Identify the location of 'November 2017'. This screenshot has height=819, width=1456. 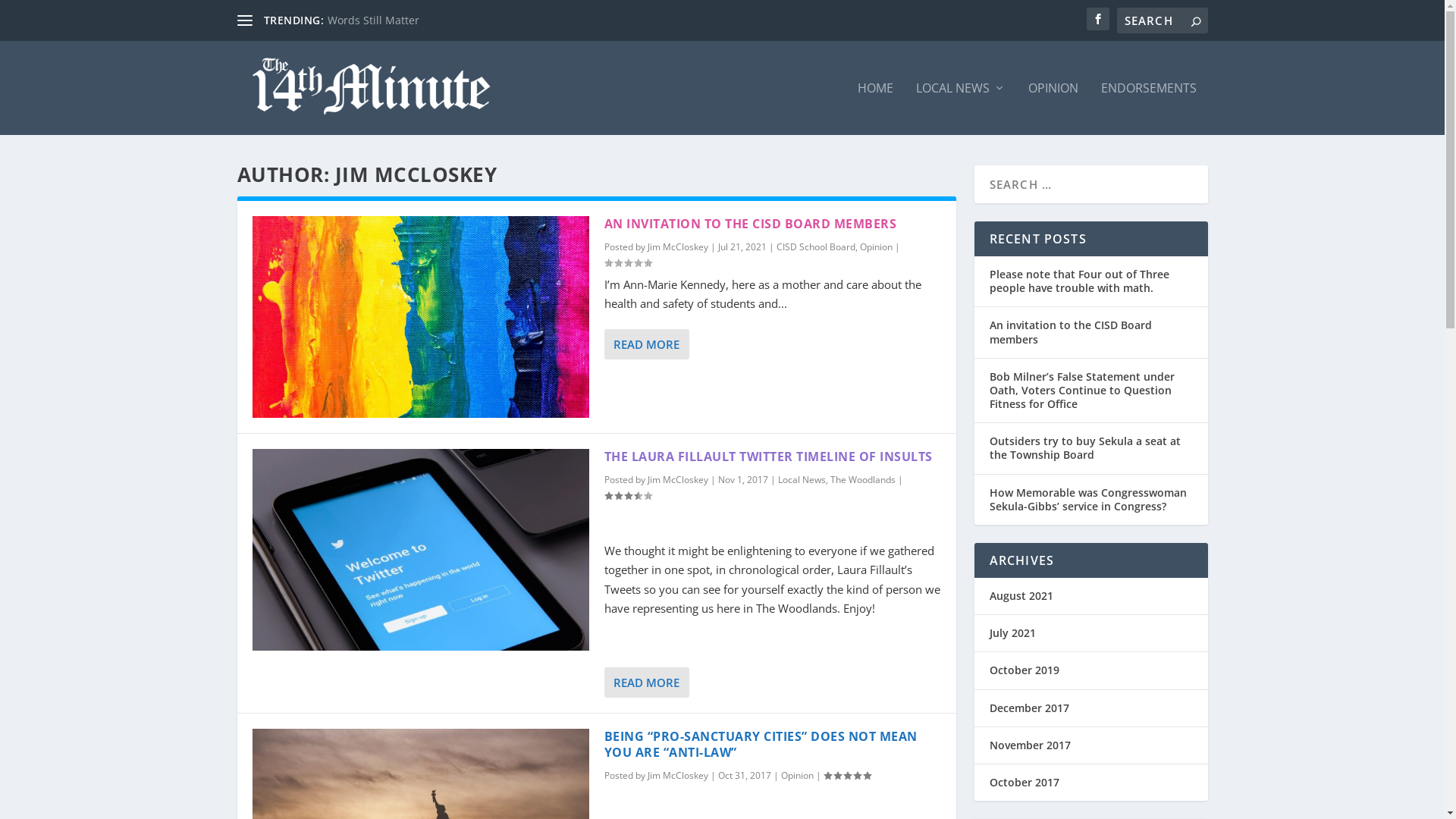
(989, 744).